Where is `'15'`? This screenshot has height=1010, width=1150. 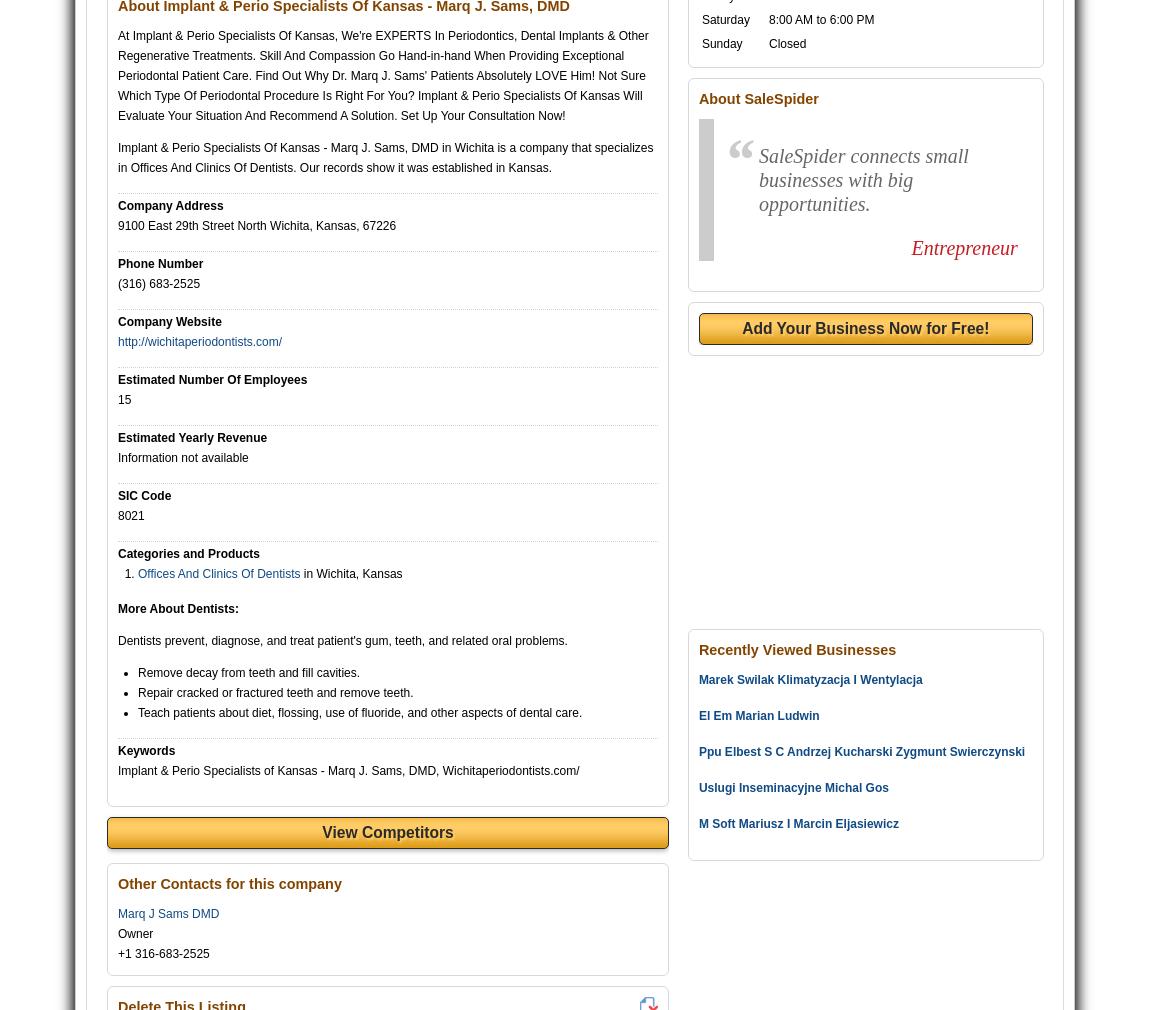 '15' is located at coordinates (123, 399).